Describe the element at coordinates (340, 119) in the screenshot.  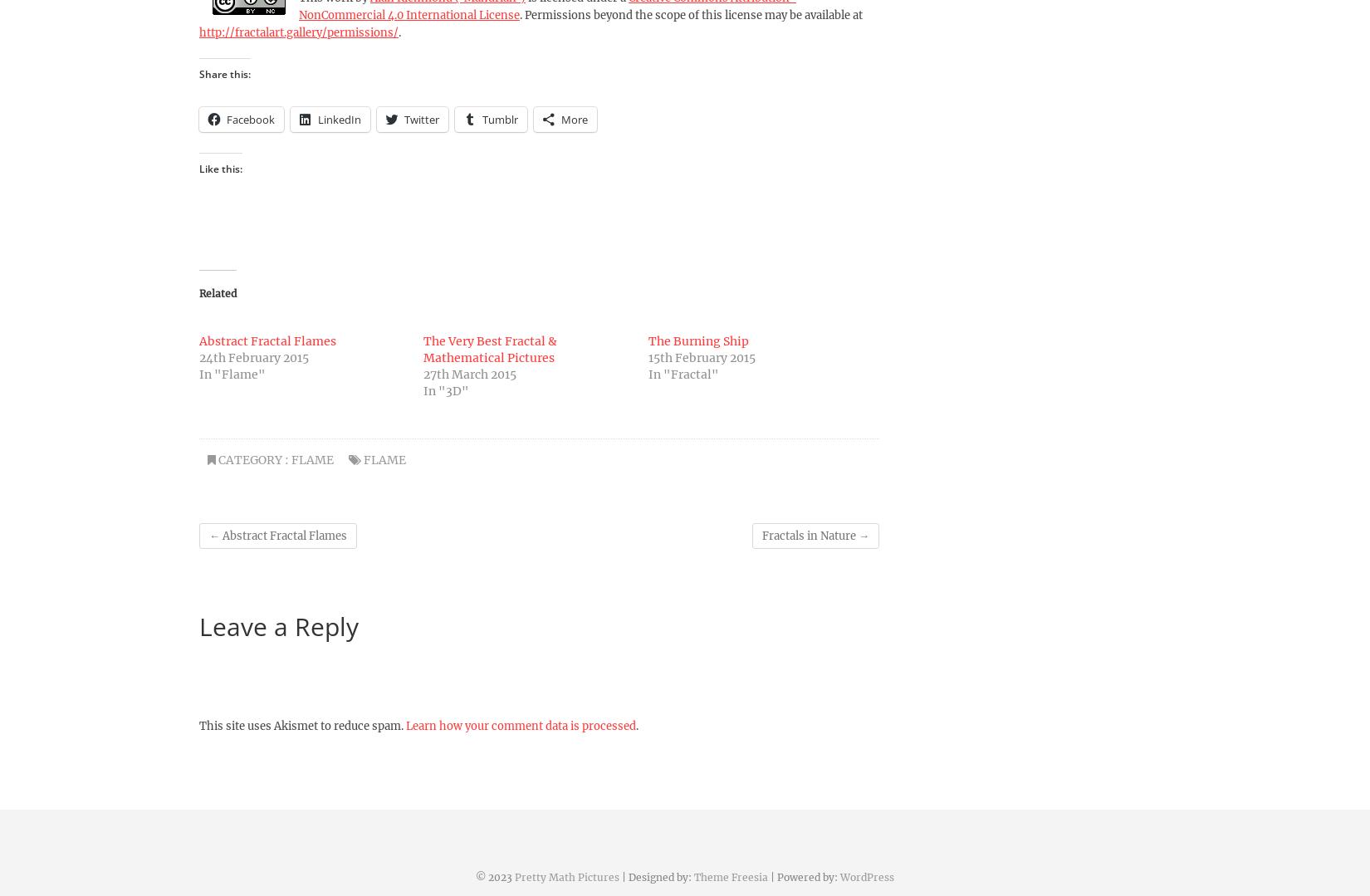
I see `'LinkedIn'` at that location.